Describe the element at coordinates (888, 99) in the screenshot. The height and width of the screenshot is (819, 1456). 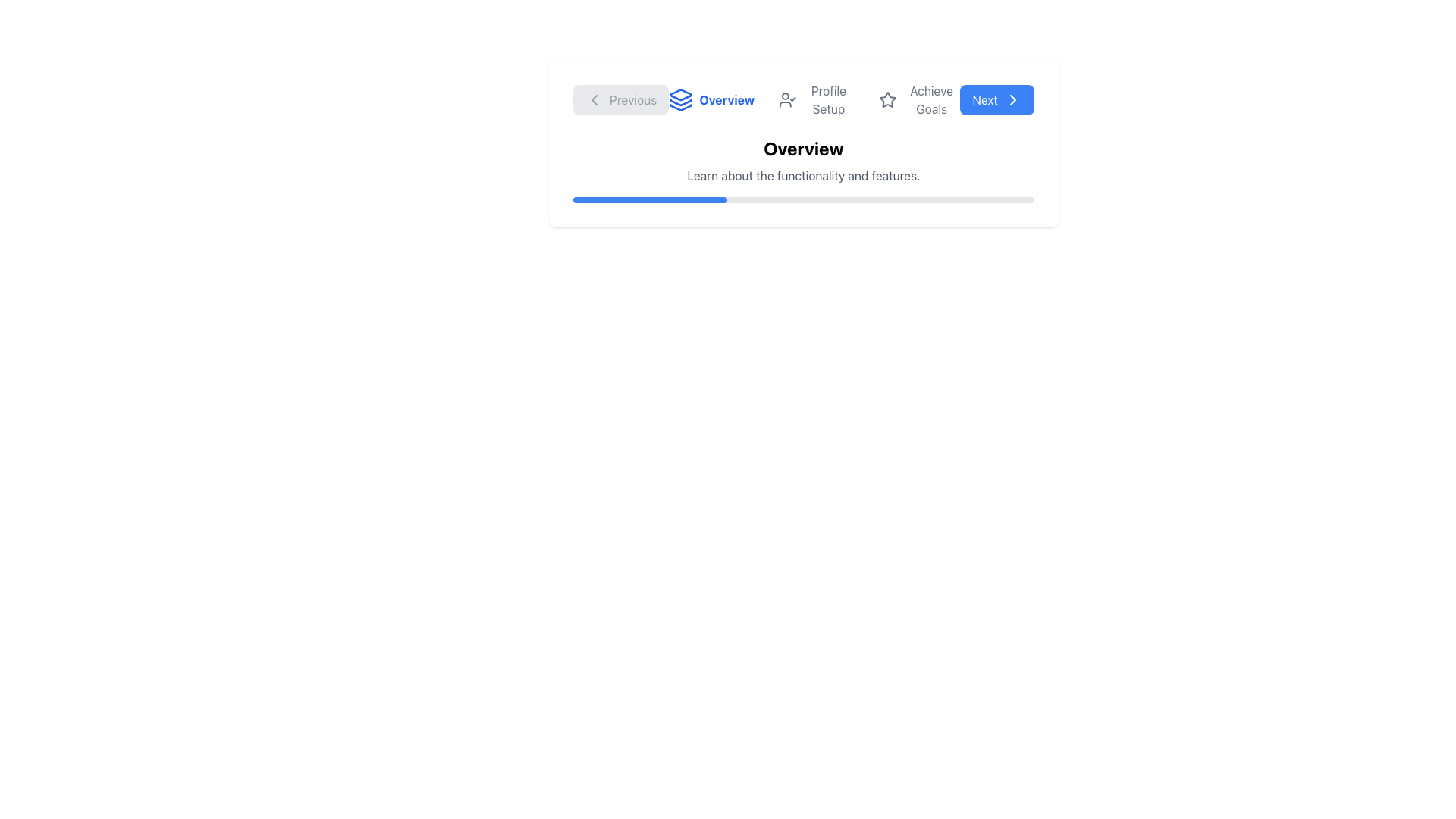
I see `the decorative or interactive icon located near the center of the header section, which serves as a navigation button or visual status indicator` at that location.